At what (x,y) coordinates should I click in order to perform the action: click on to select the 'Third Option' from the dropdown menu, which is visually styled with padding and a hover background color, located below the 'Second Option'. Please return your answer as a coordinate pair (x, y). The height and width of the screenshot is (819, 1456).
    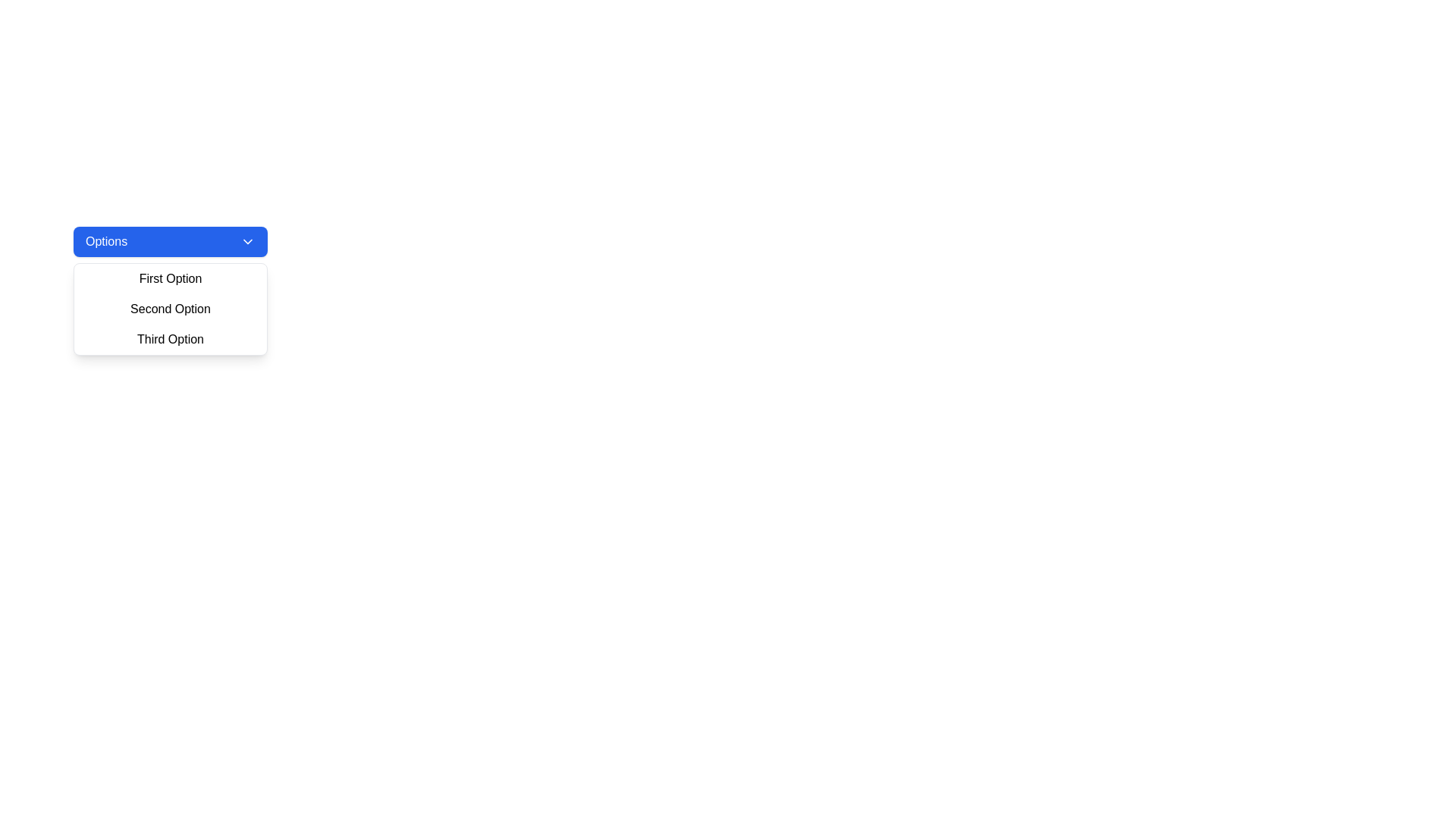
    Looking at the image, I should click on (171, 338).